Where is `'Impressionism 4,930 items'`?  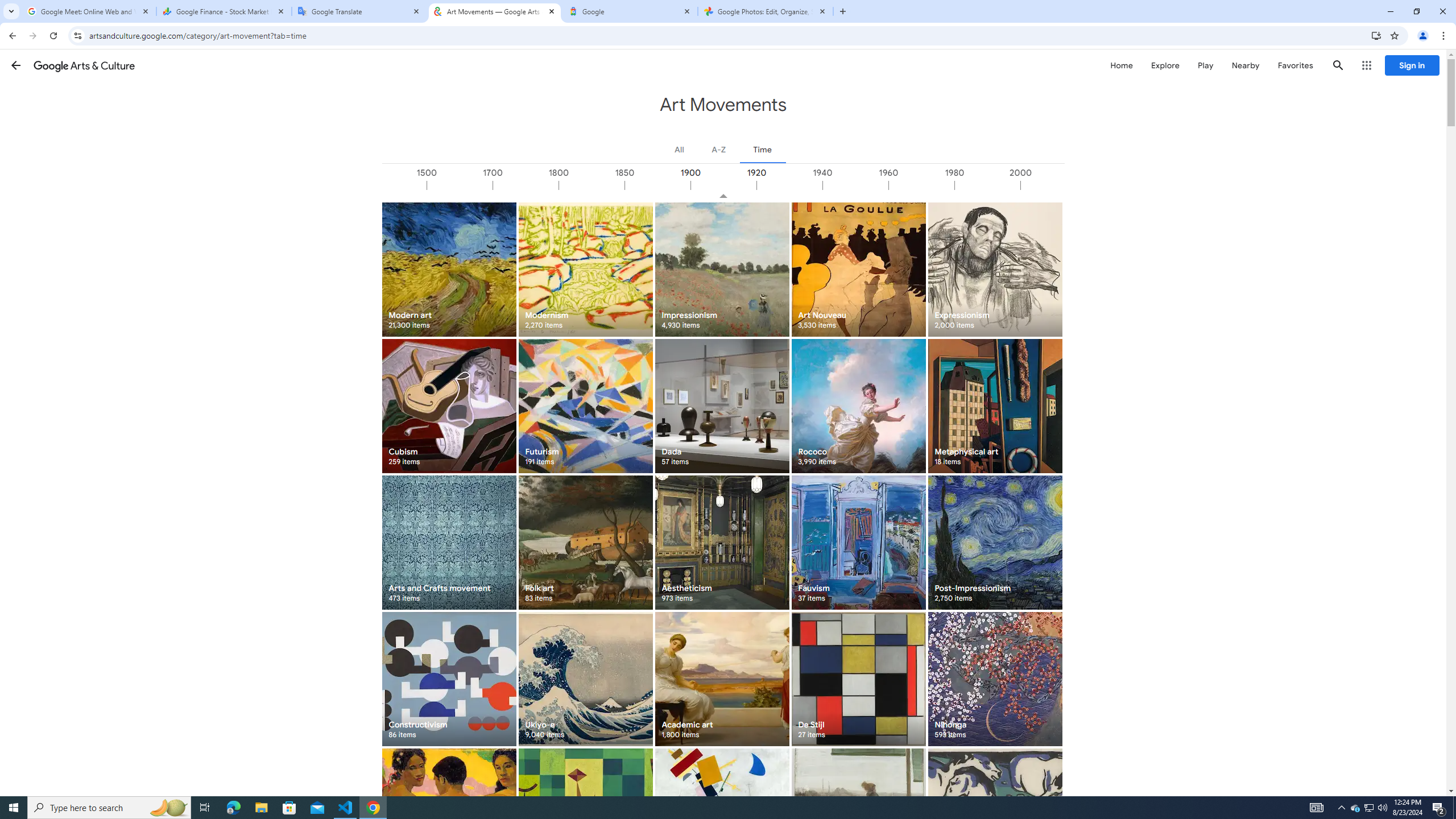 'Impressionism 4,930 items' is located at coordinates (721, 268).